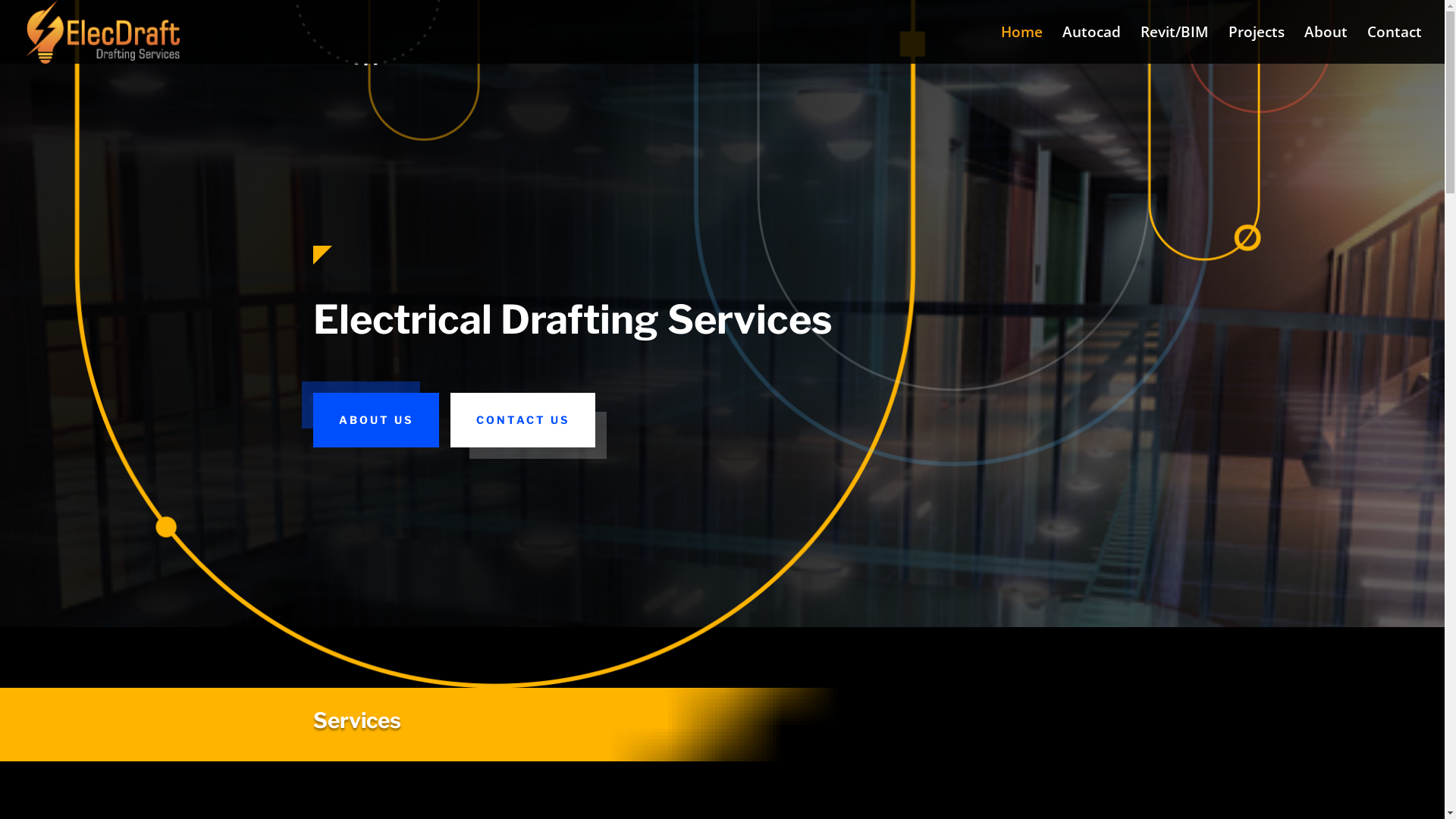 The height and width of the screenshot is (819, 1456). I want to click on 'Home', so click(1021, 44).